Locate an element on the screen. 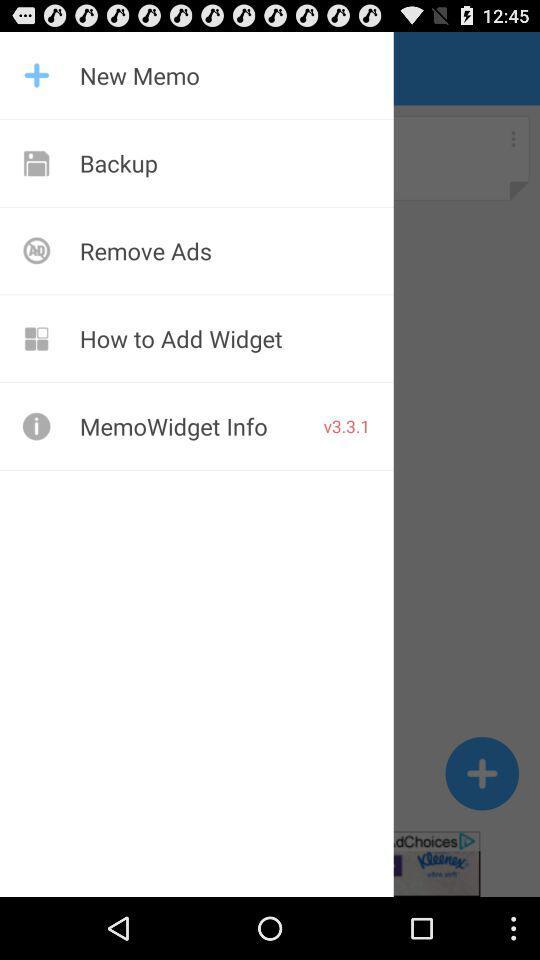  the add icon is located at coordinates (481, 828).